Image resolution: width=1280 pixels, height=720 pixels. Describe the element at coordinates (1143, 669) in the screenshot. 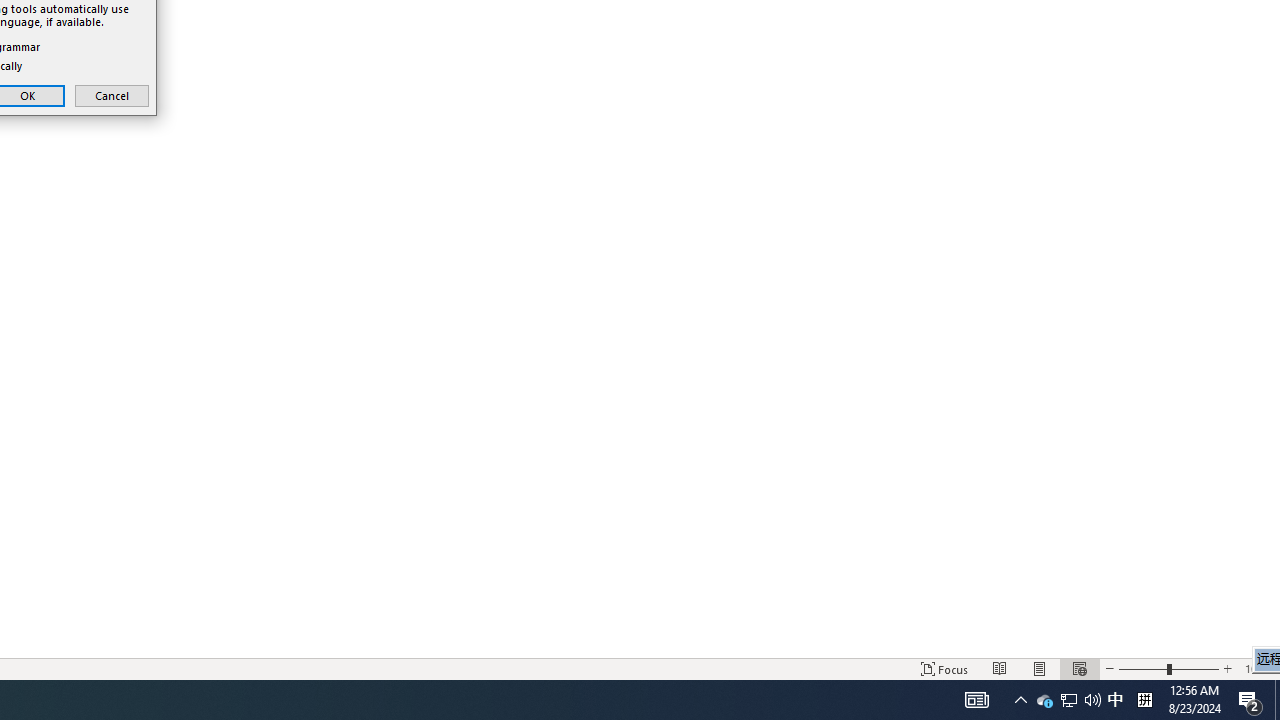

I see `'Tray Input Indicator - Chinese (Simplified, China)'` at that location.